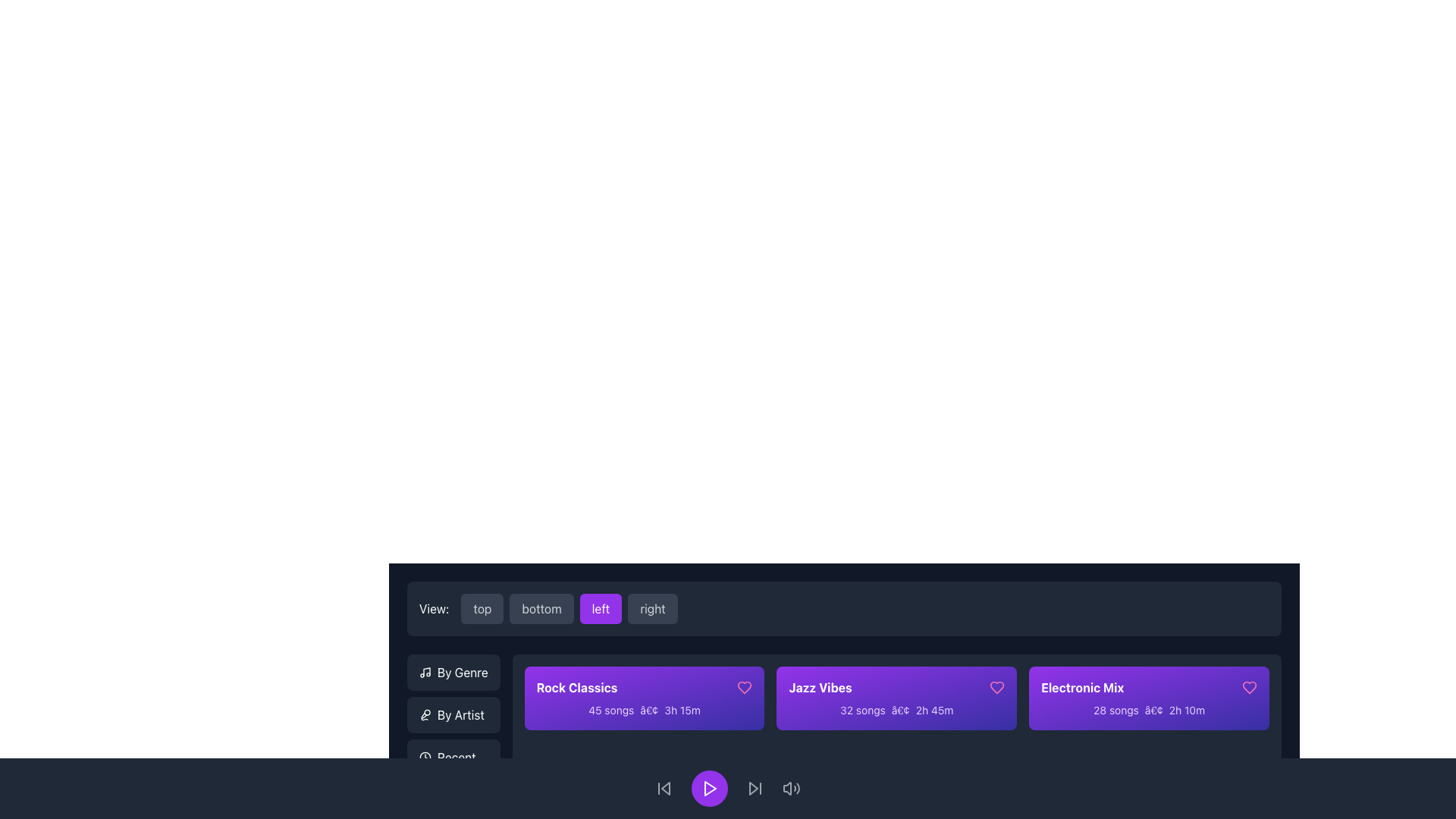  I want to click on the sound volume icon, which is a gray speaker with sound waves, located at the bottom center of the interface, to the right of the skip forward button, so click(790, 788).